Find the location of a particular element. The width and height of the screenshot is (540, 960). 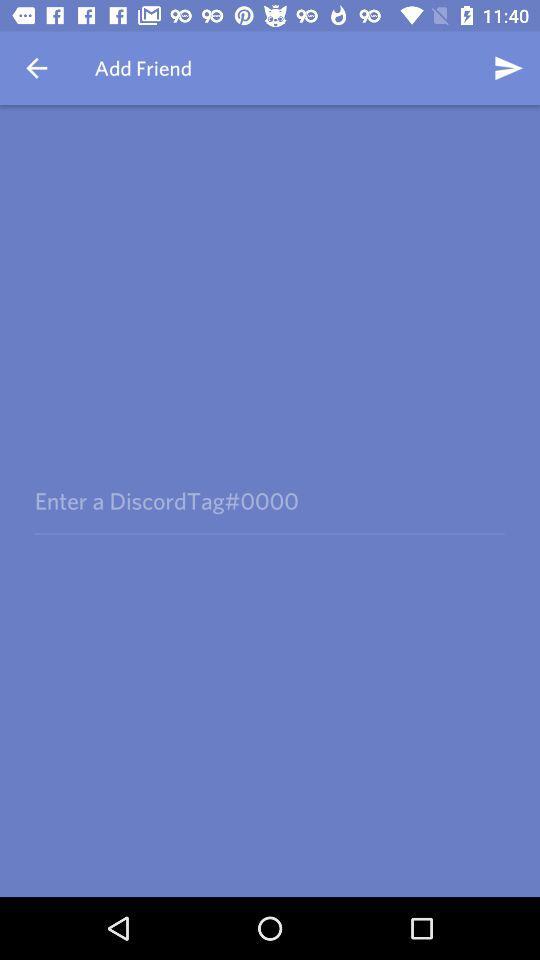

icon at the center is located at coordinates (269, 500).